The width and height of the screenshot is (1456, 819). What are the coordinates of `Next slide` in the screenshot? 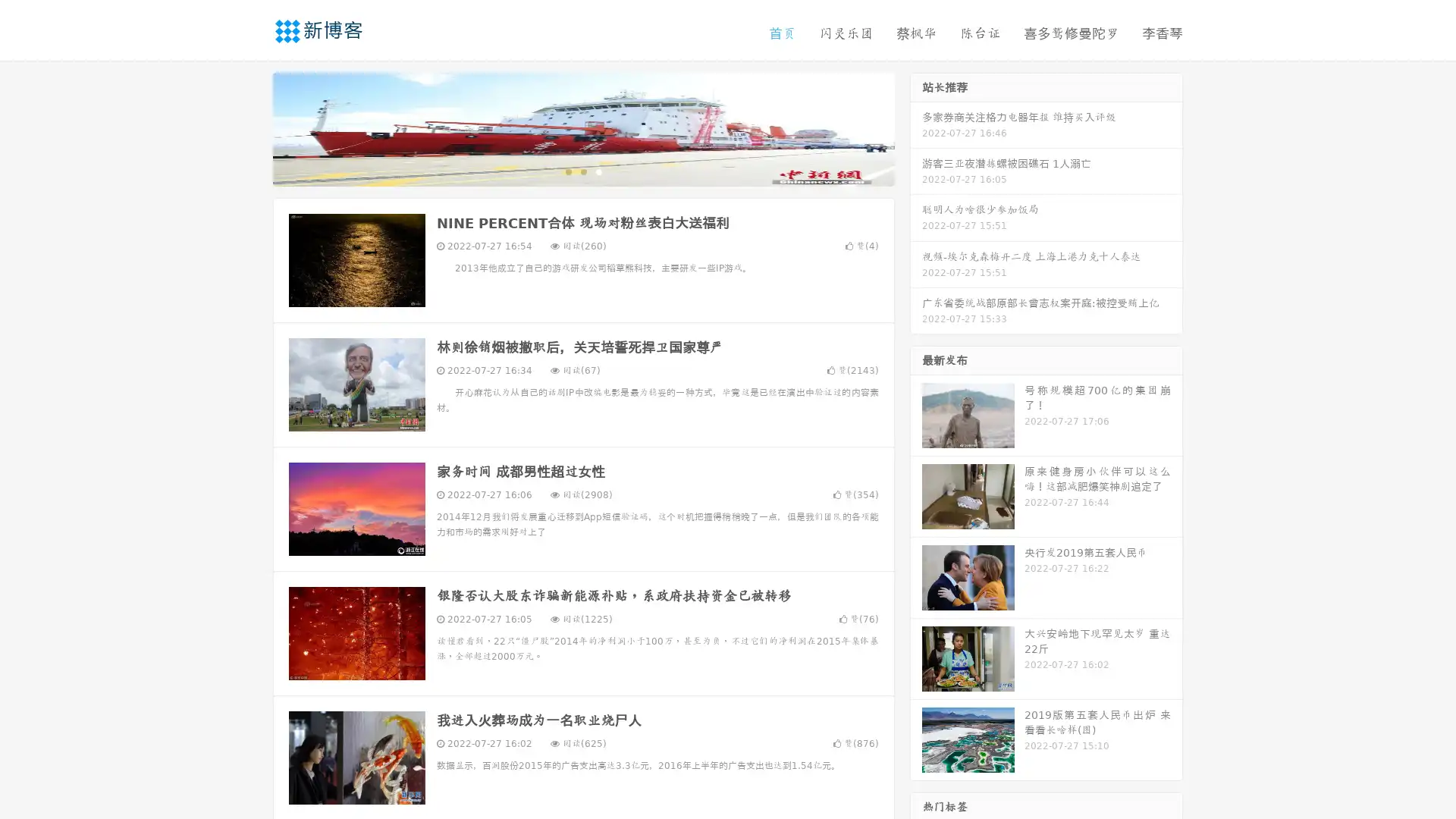 It's located at (916, 127).